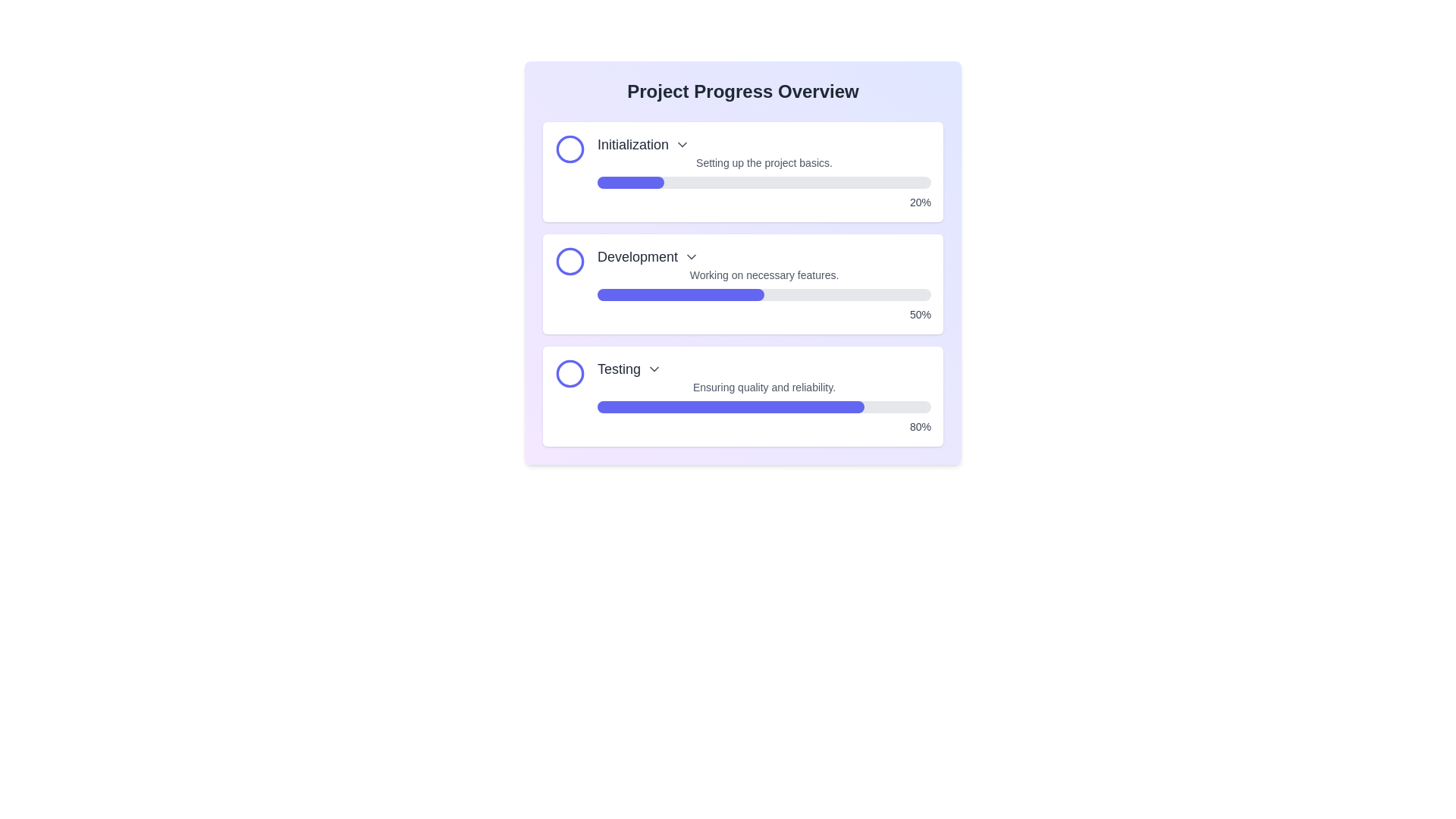 The width and height of the screenshot is (1456, 819). Describe the element at coordinates (764, 396) in the screenshot. I see `supplementary text of the third progress block in the vertical list, which indicates 80% completion of the 'Testing' stage` at that location.